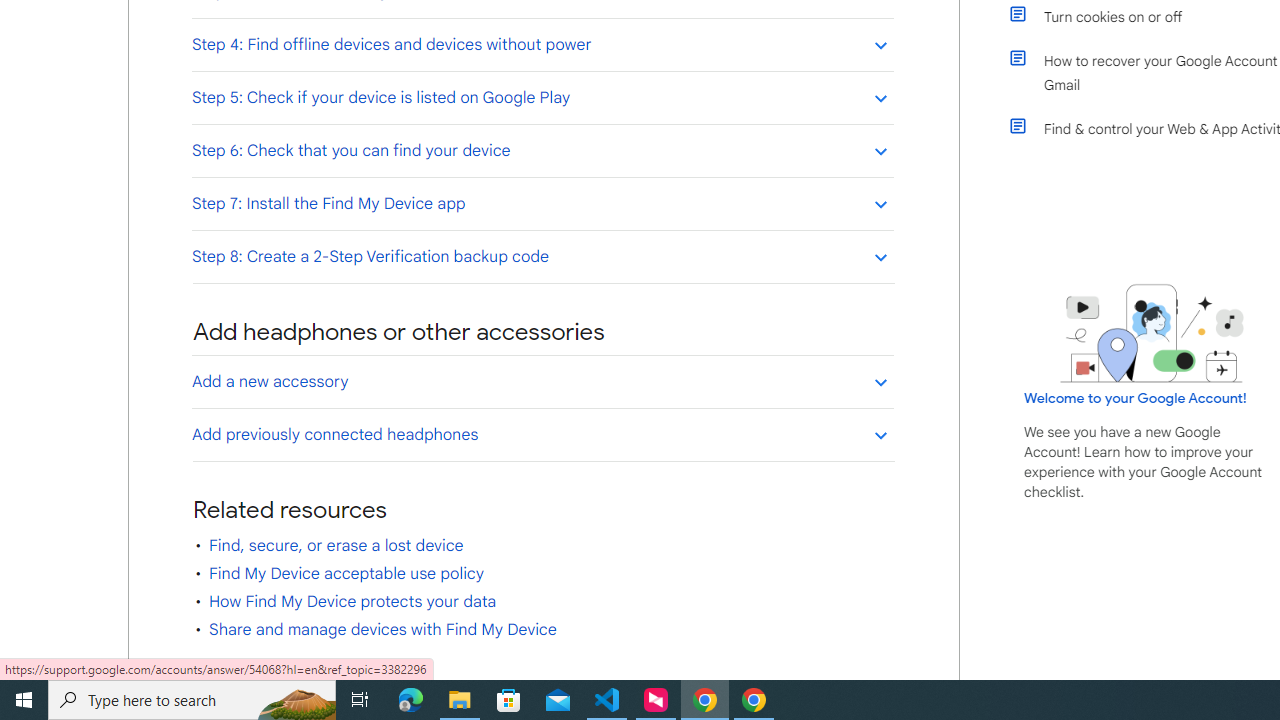 The height and width of the screenshot is (720, 1280). I want to click on 'Step 4: Find offline devices and devices without power', so click(542, 44).